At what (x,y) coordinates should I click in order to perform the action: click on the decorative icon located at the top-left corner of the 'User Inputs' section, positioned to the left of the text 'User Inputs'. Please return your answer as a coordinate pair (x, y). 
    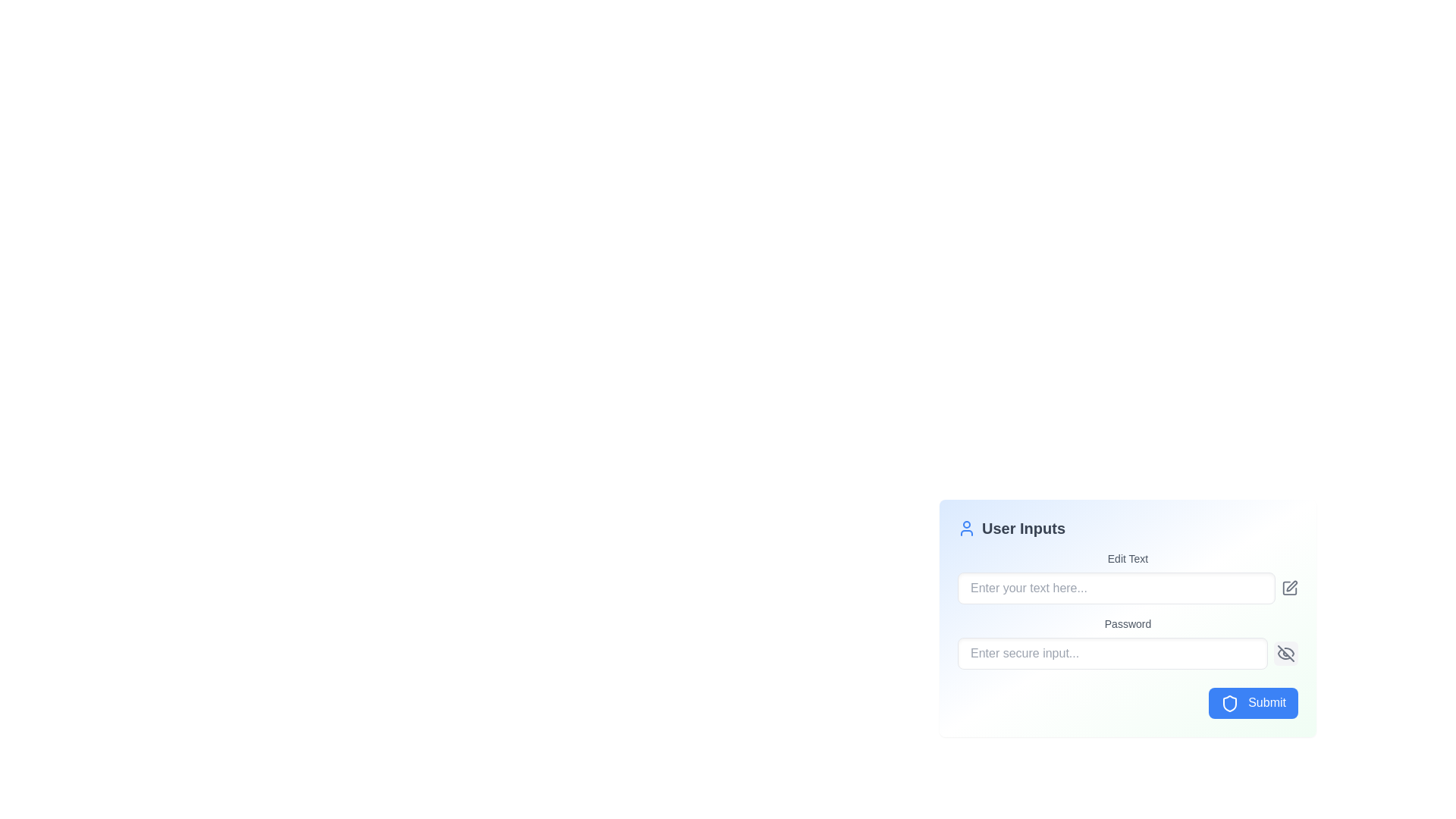
    Looking at the image, I should click on (966, 528).